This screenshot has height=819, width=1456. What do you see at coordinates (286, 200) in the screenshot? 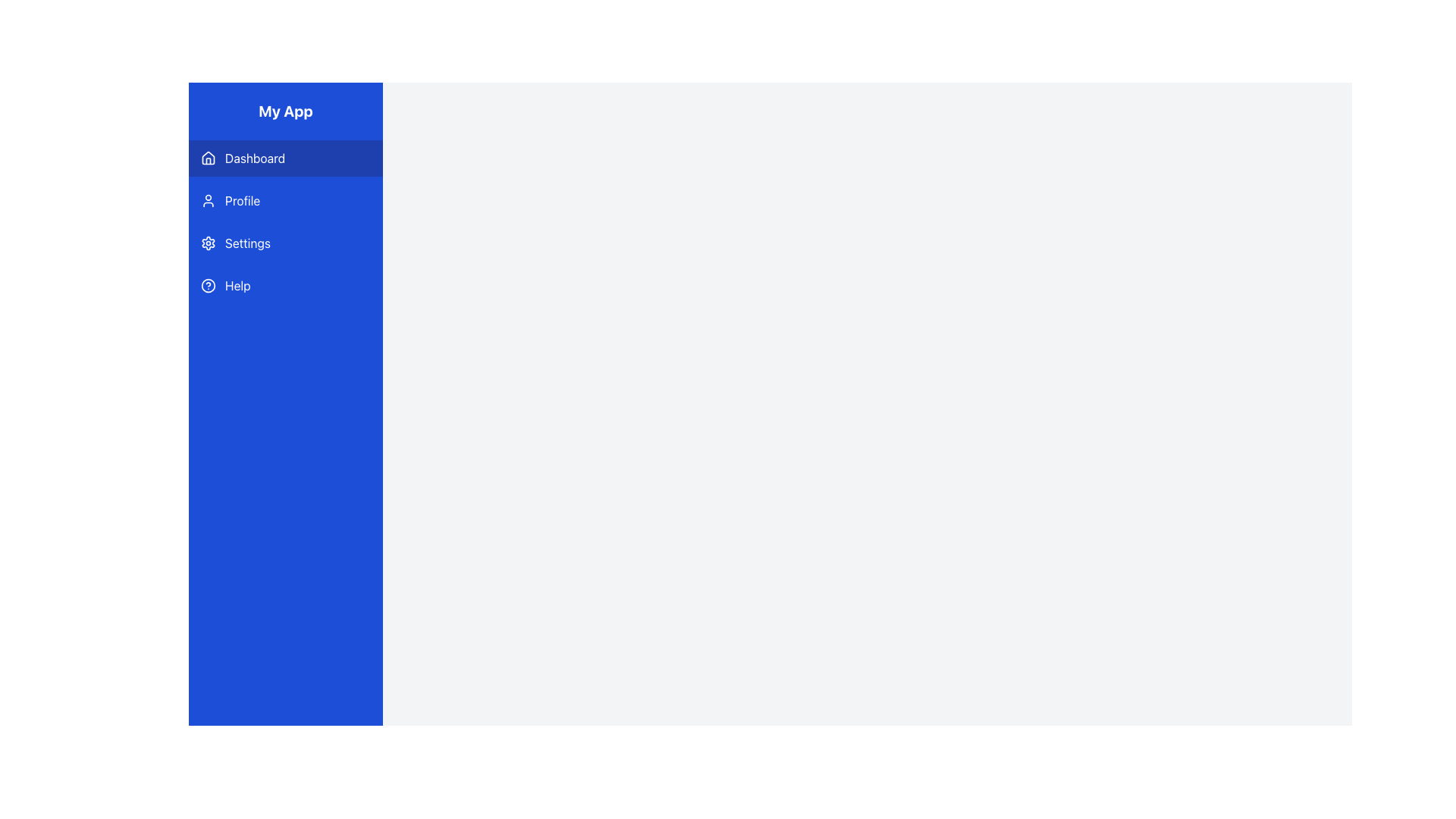
I see `the 'Profile' navigation button located in the vertical menu on the left side of the interface, positioned directly below 'Dashboard' and above 'Settings'` at bounding box center [286, 200].